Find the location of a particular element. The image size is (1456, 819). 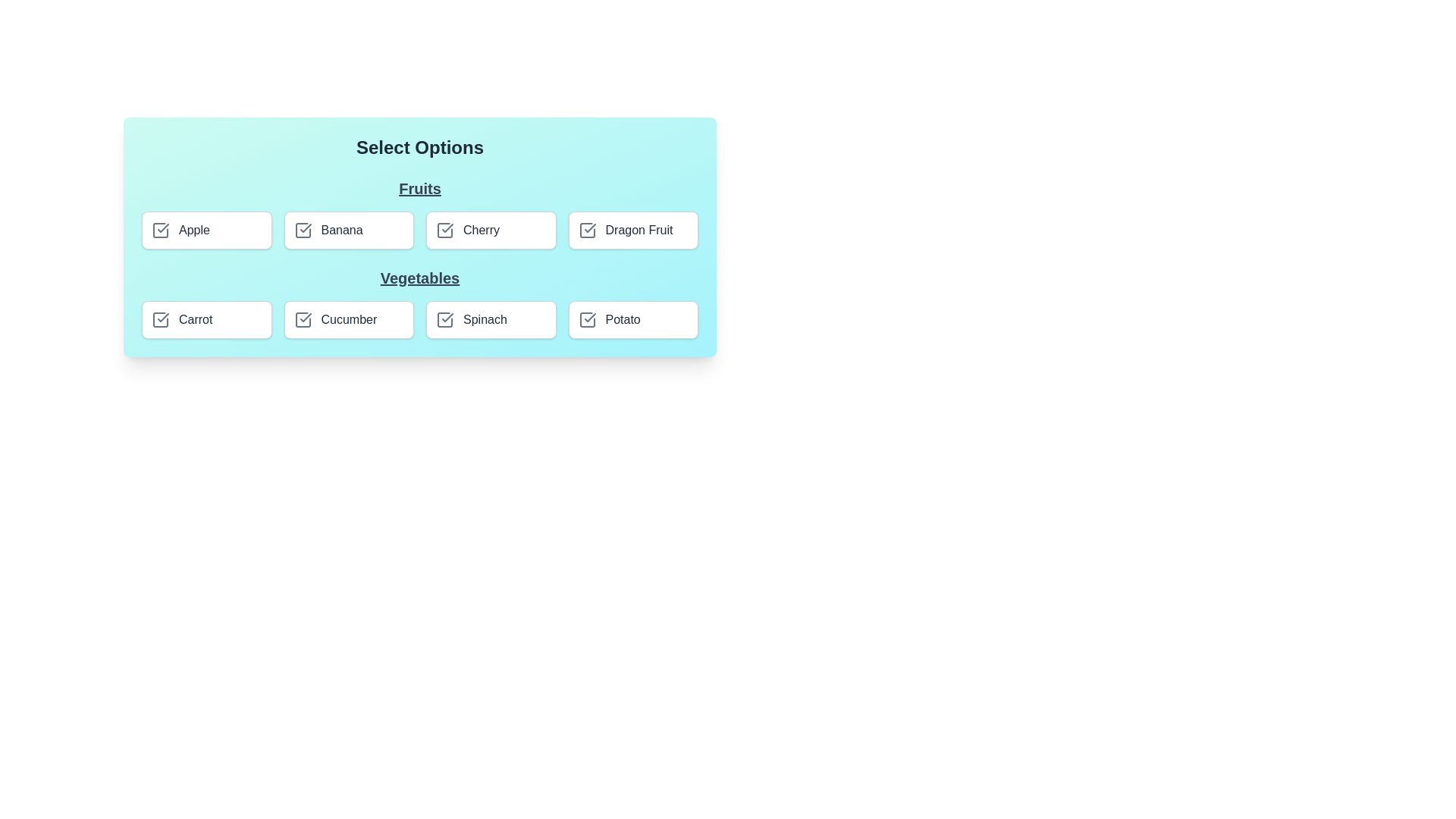

the Checkbox icon located in the top row of the selection grid under the 'Fruits' category is located at coordinates (160, 231).